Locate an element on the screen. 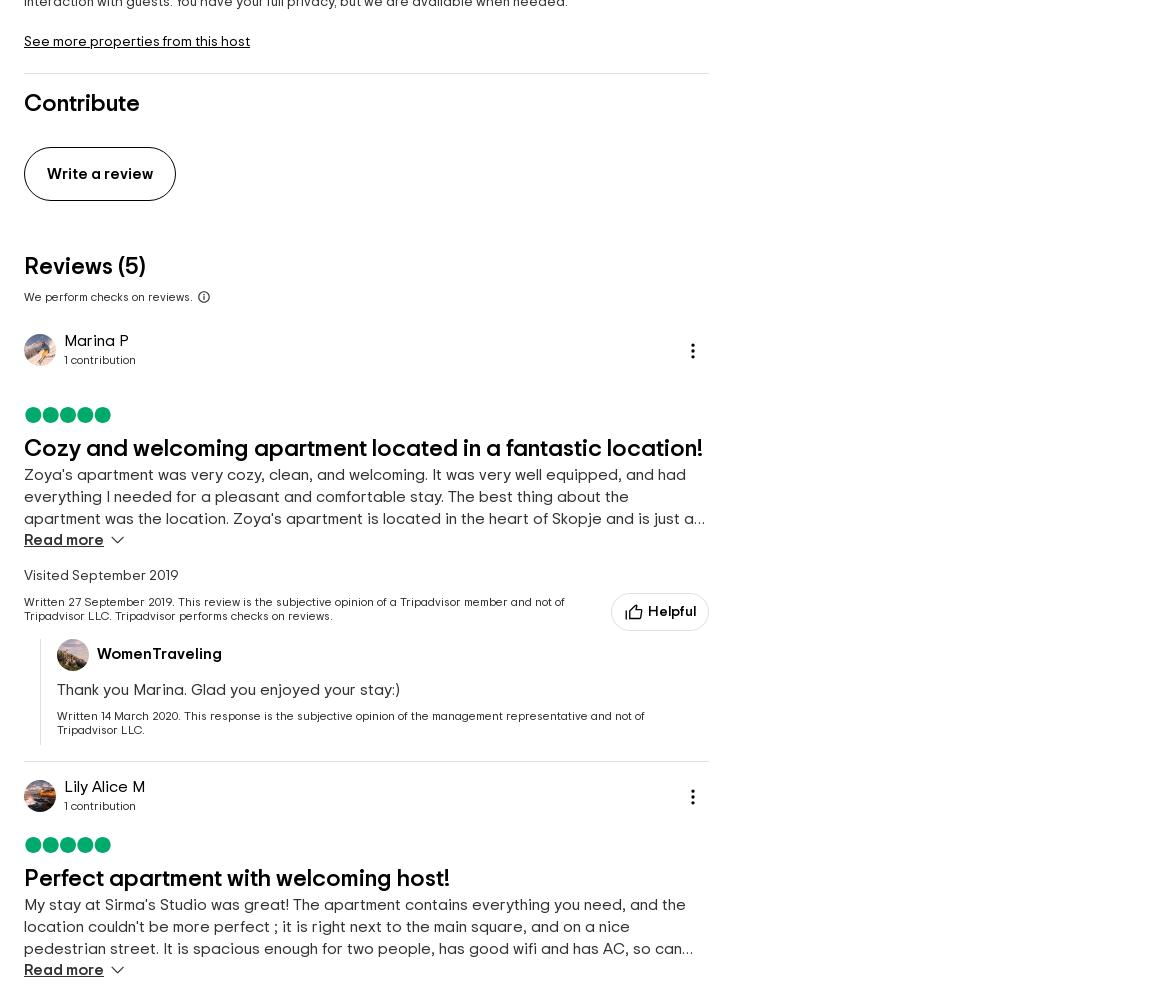 The image size is (1150, 989). 'This response is the subjective opinion of the management representative and not of Tripadvisor LLC.' is located at coordinates (350, 722).